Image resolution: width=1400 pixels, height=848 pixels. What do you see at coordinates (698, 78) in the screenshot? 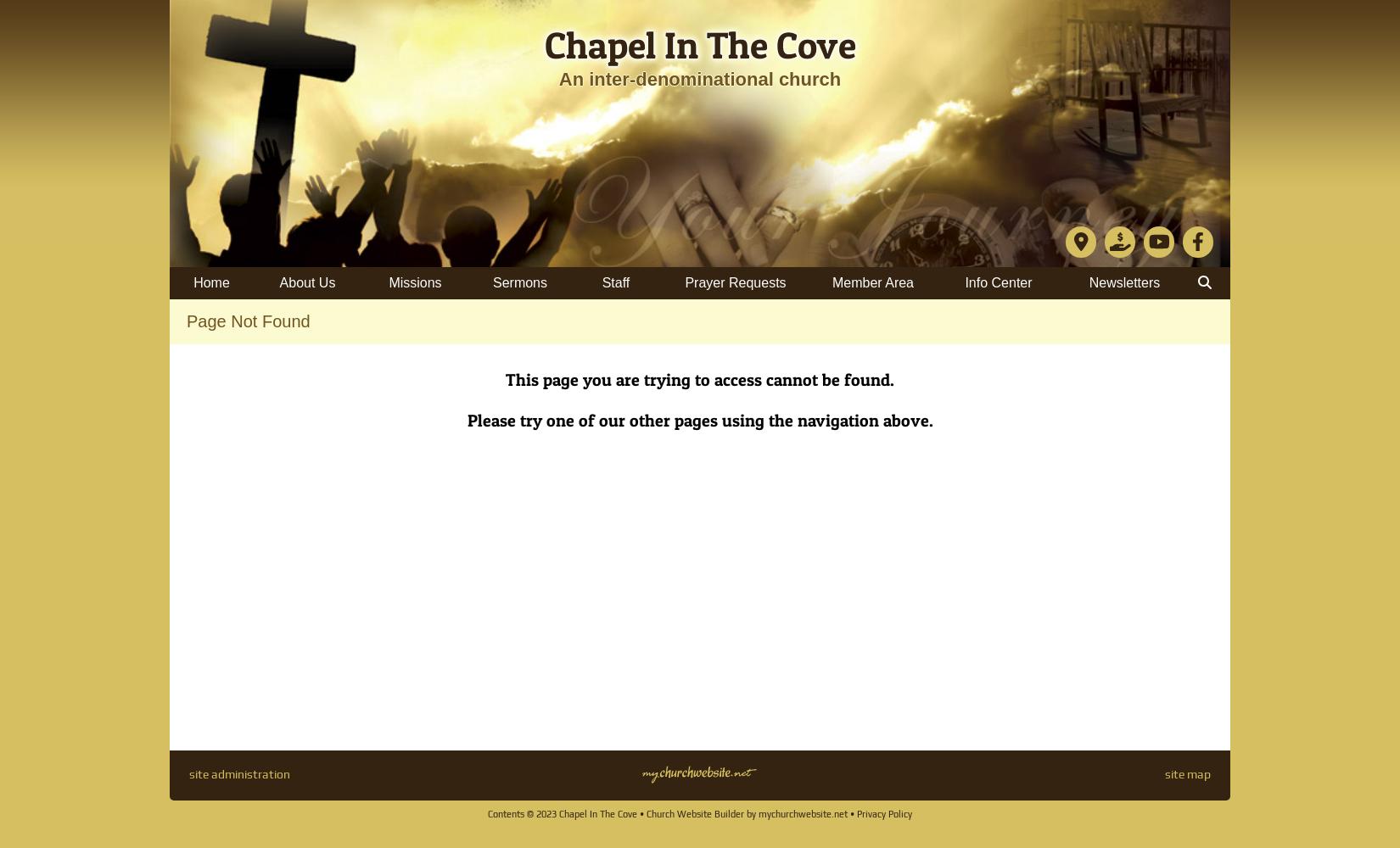
I see `'An inter-denominational church'` at bounding box center [698, 78].